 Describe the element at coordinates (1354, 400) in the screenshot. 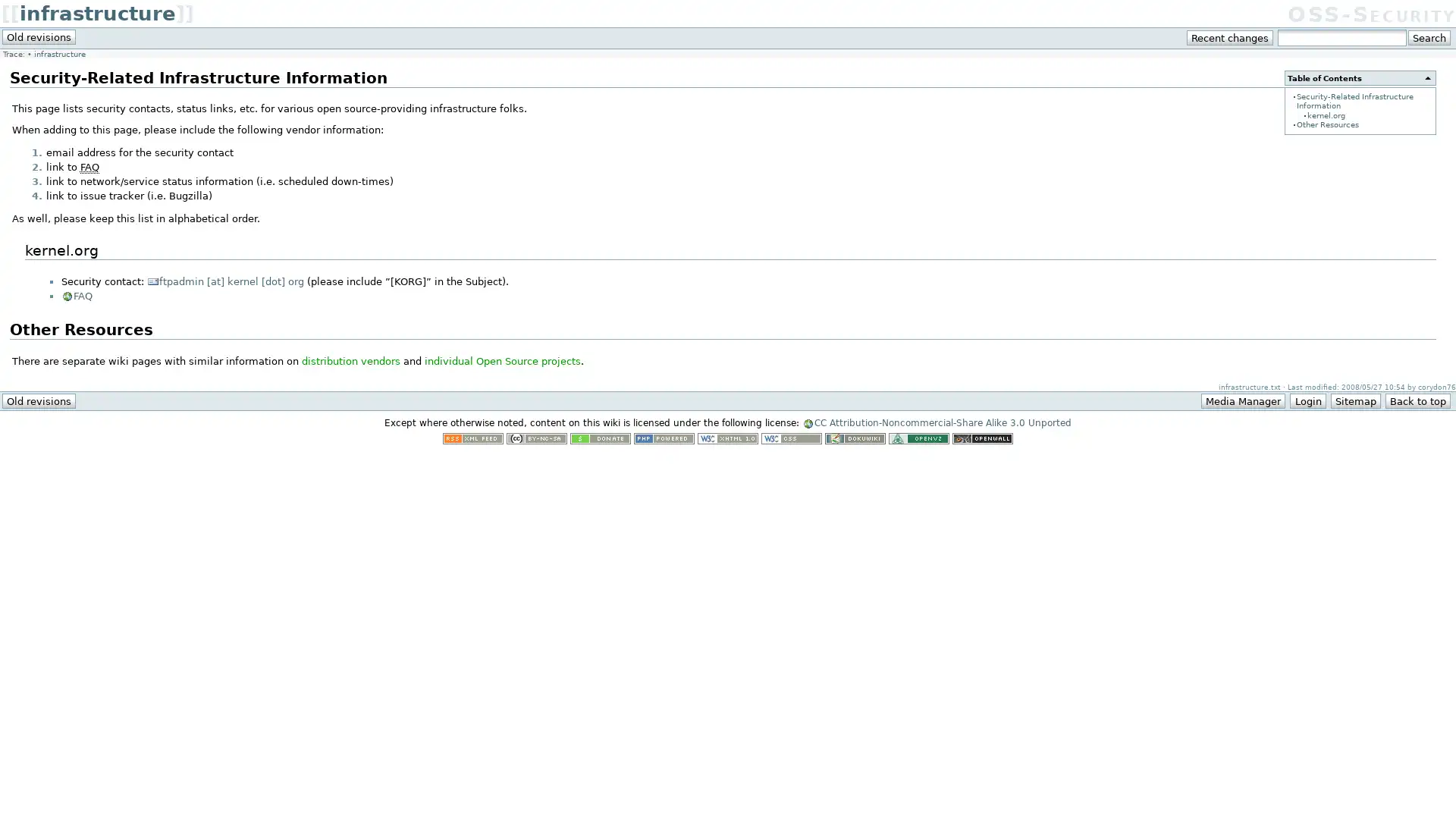

I see `Sitemap` at that location.